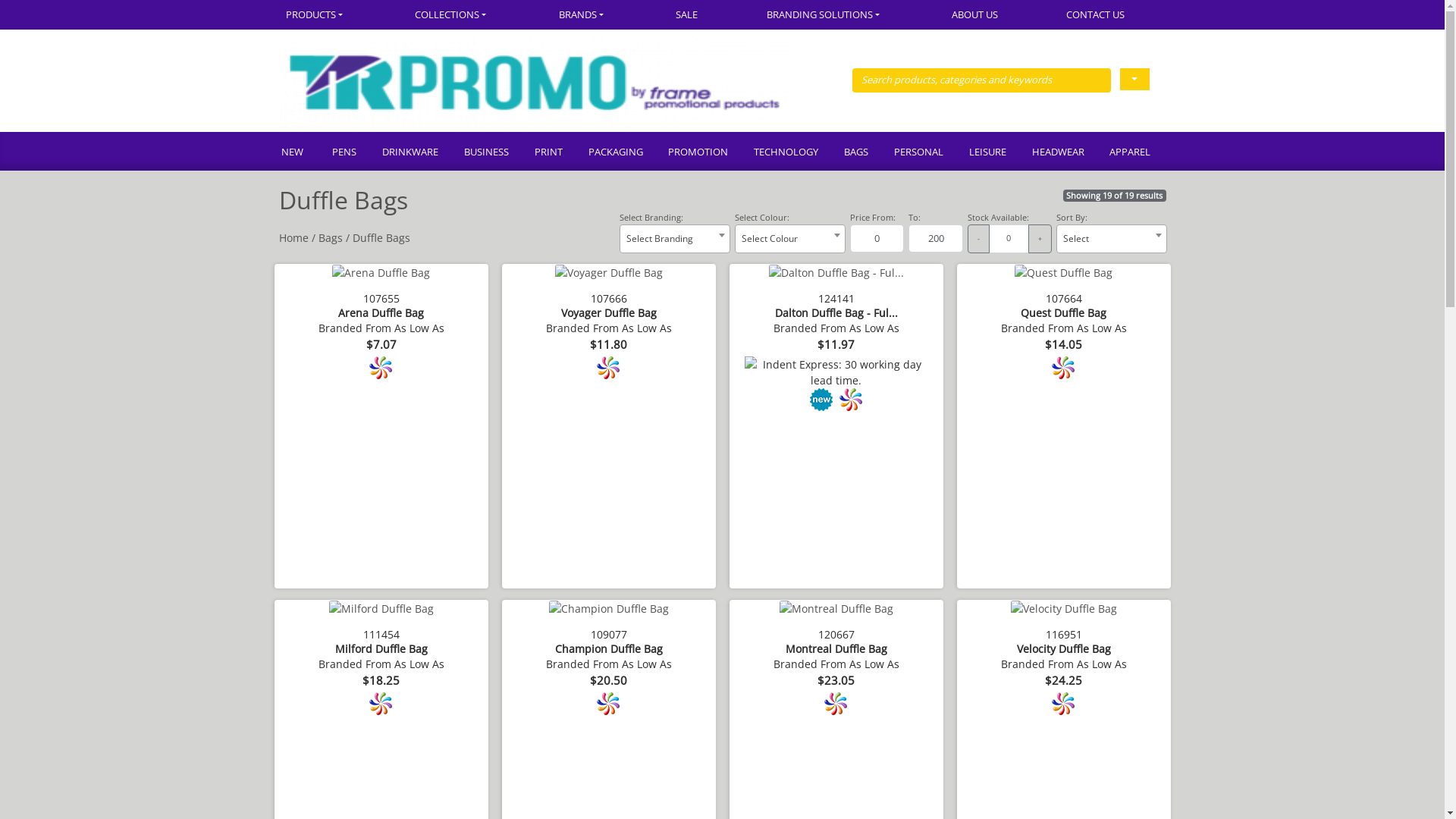  Describe the element at coordinates (299, 152) in the screenshot. I see `'NEW'` at that location.